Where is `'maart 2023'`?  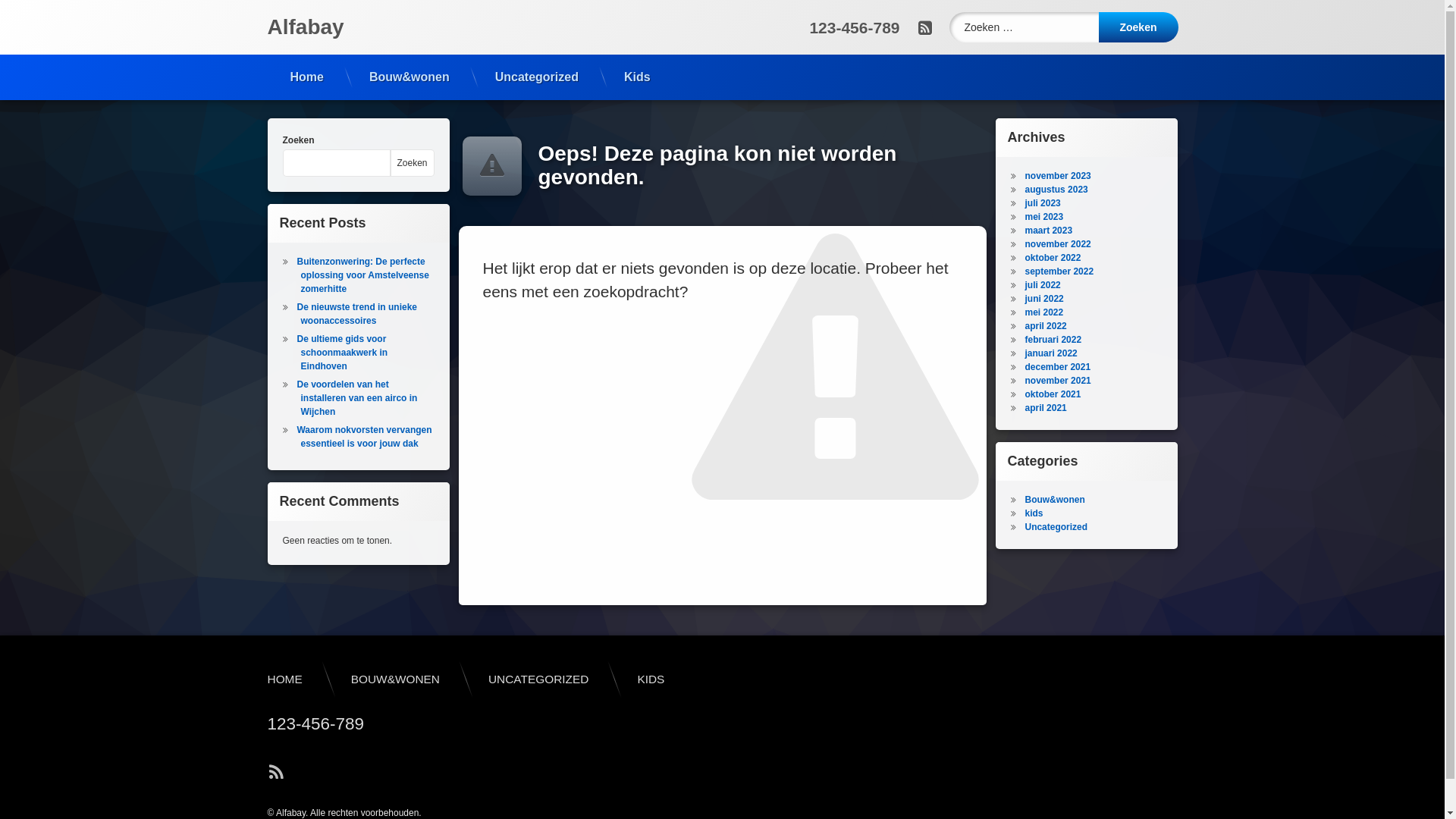 'maart 2023' is located at coordinates (1047, 231).